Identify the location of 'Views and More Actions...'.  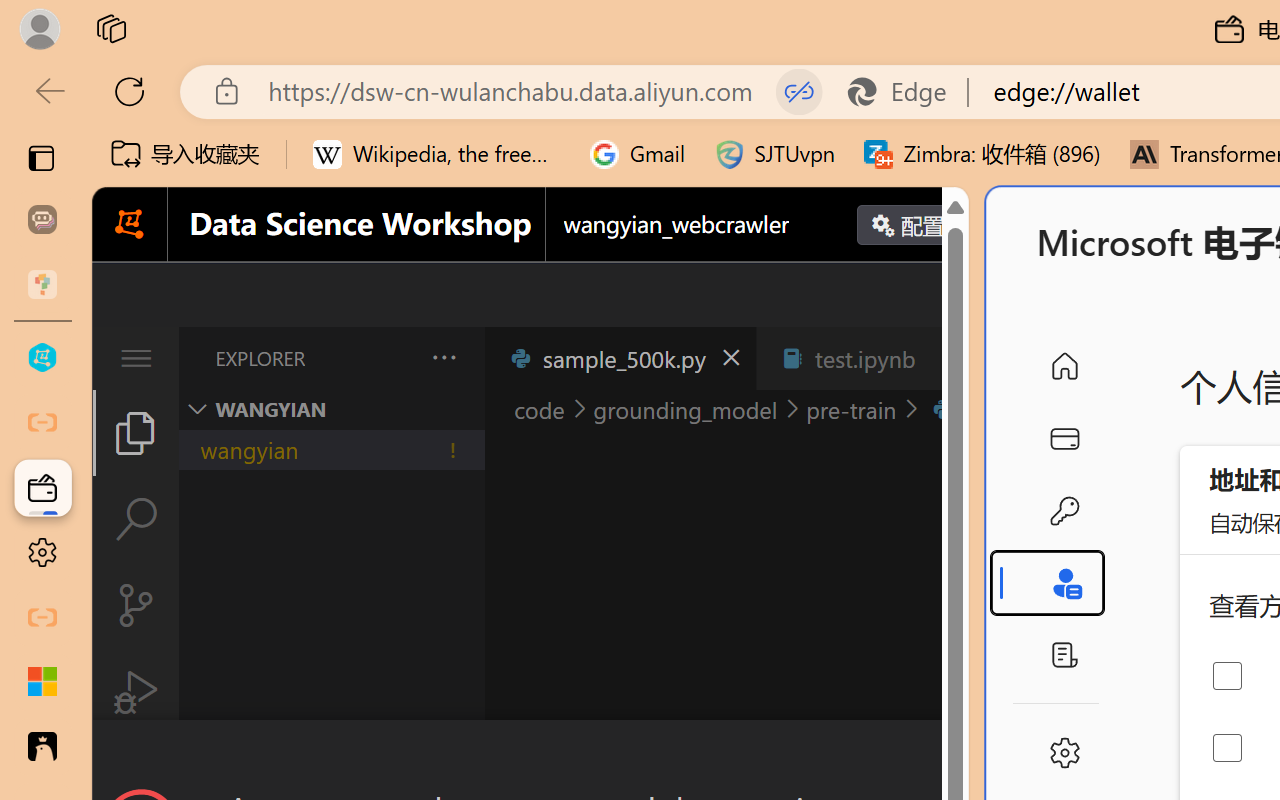
(441, 357).